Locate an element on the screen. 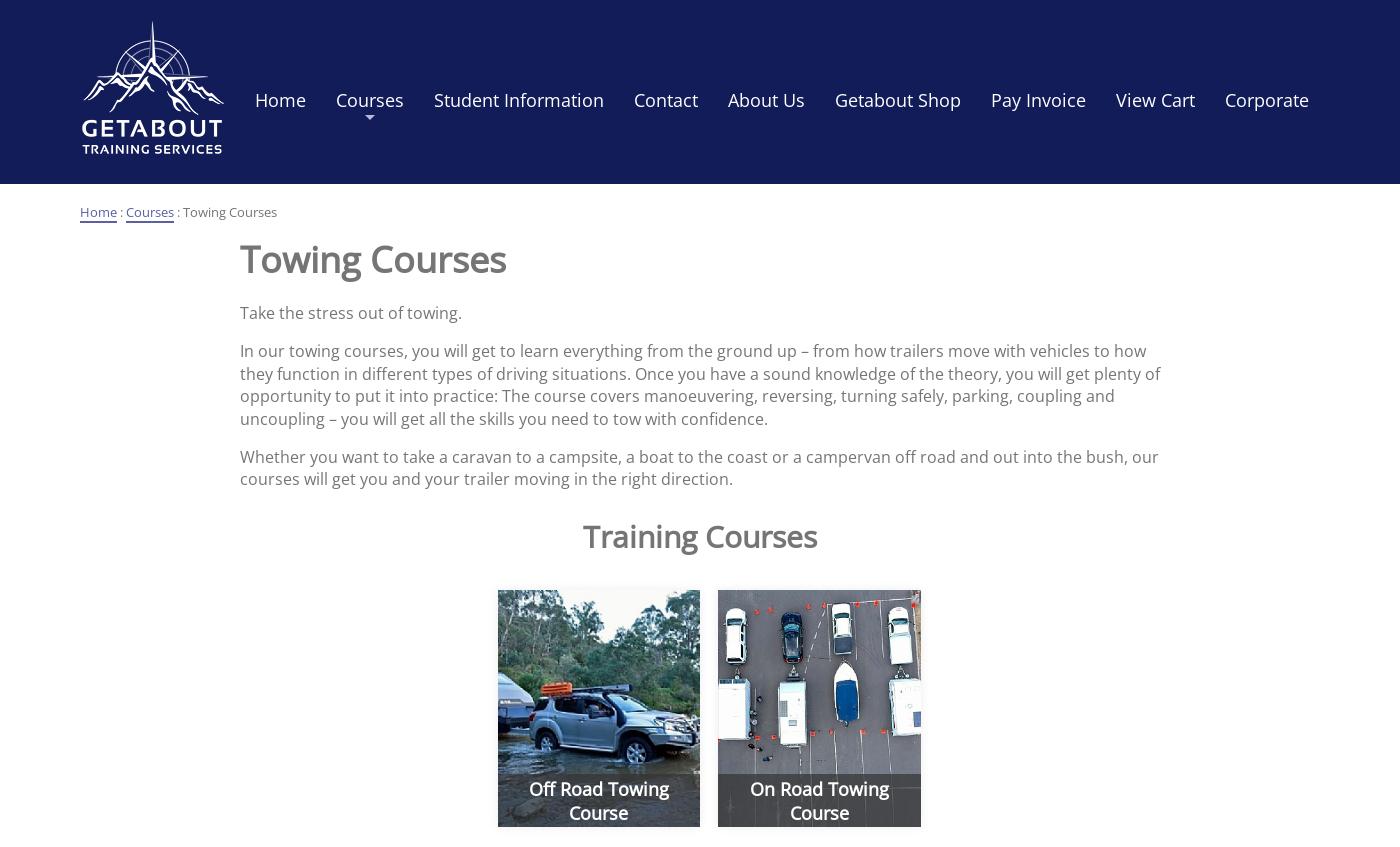 This screenshot has height=847, width=1400. 'Take the stress out of towing.' is located at coordinates (350, 312).